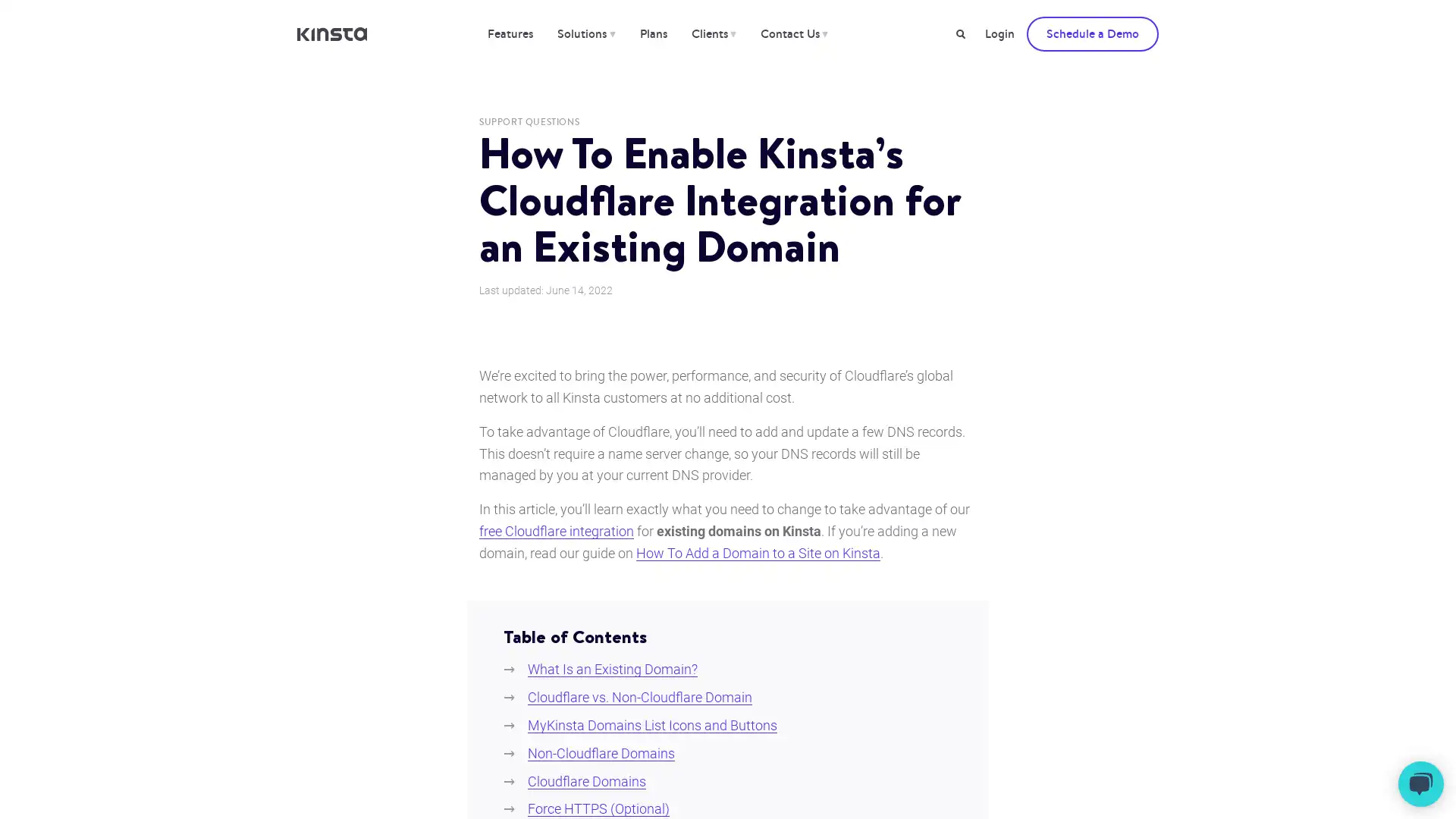 This screenshot has width=1456, height=819. Describe the element at coordinates (960, 34) in the screenshot. I see `Submit search` at that location.